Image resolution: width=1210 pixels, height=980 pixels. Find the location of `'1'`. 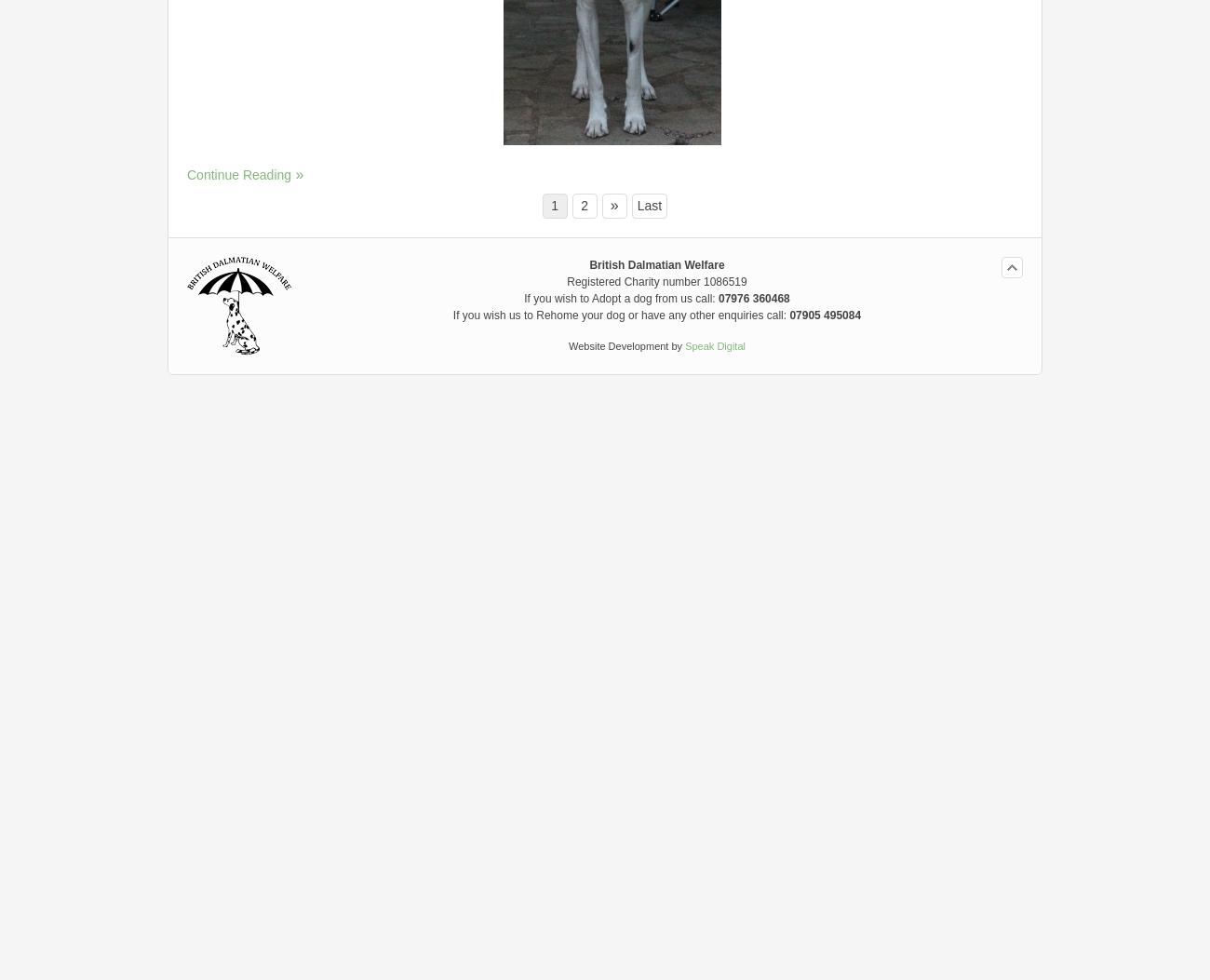

'1' is located at coordinates (554, 204).